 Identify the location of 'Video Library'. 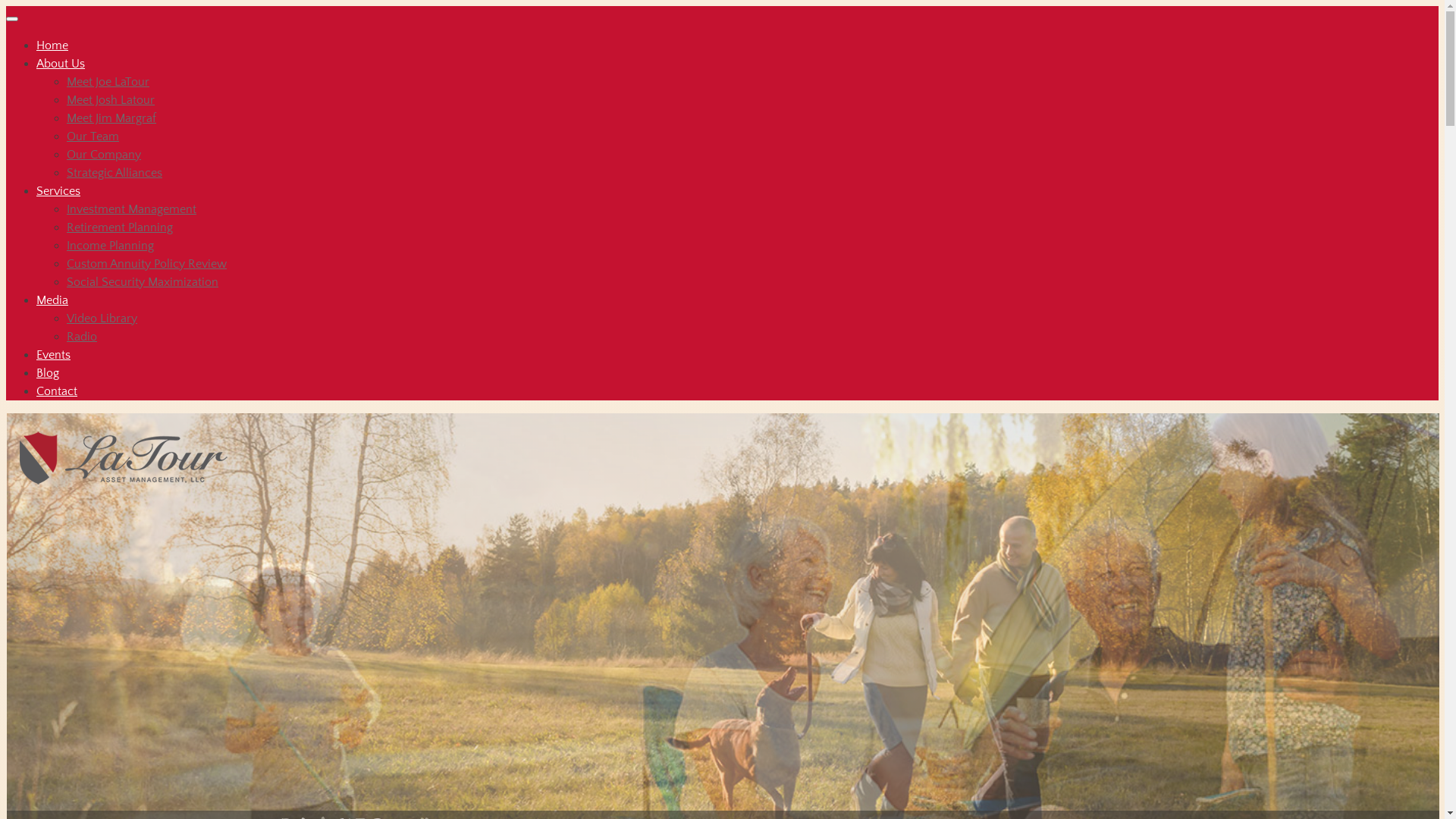
(65, 318).